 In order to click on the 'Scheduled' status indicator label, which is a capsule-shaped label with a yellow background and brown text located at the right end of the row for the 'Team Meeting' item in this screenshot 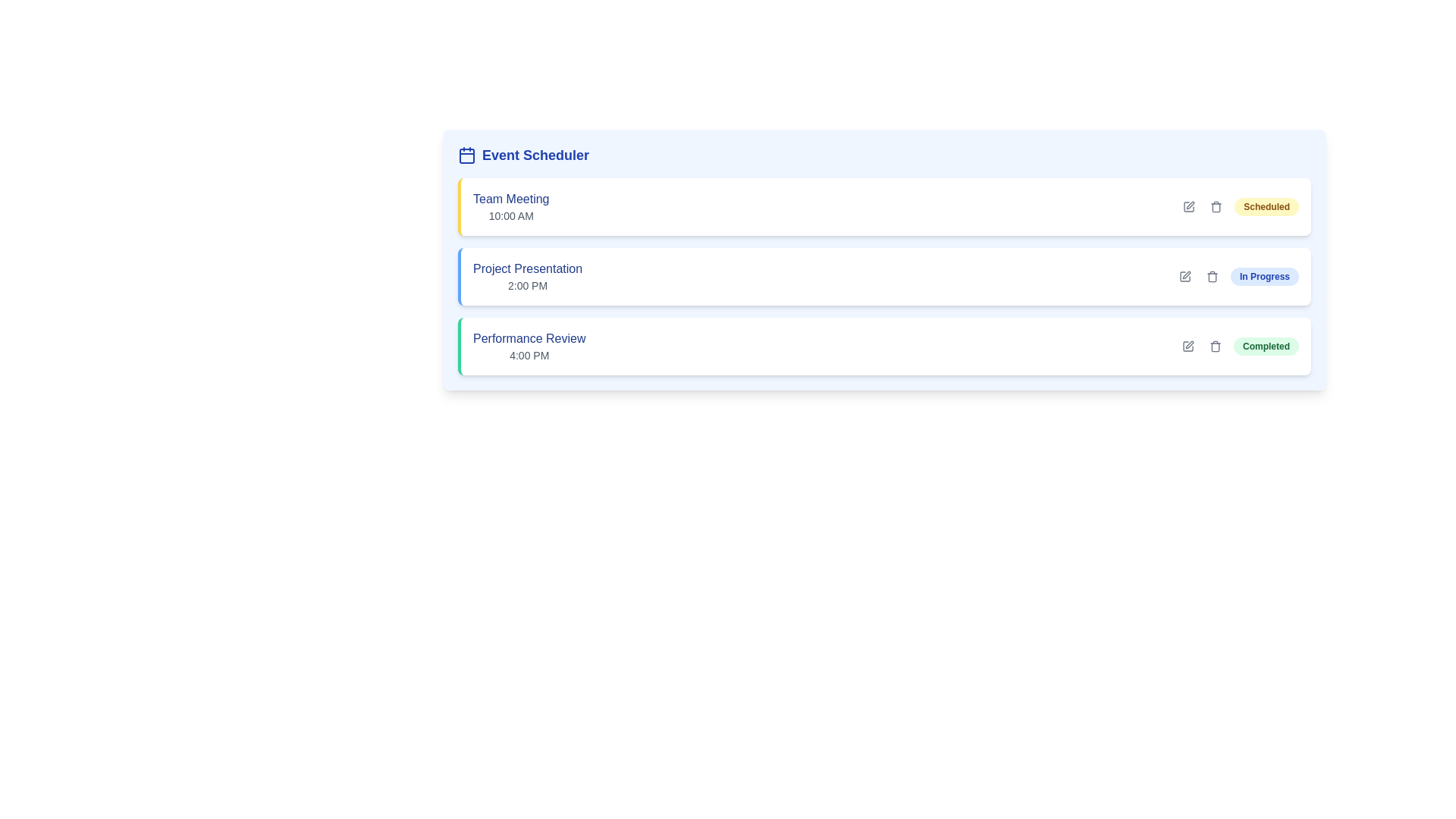, I will do `click(1266, 207)`.